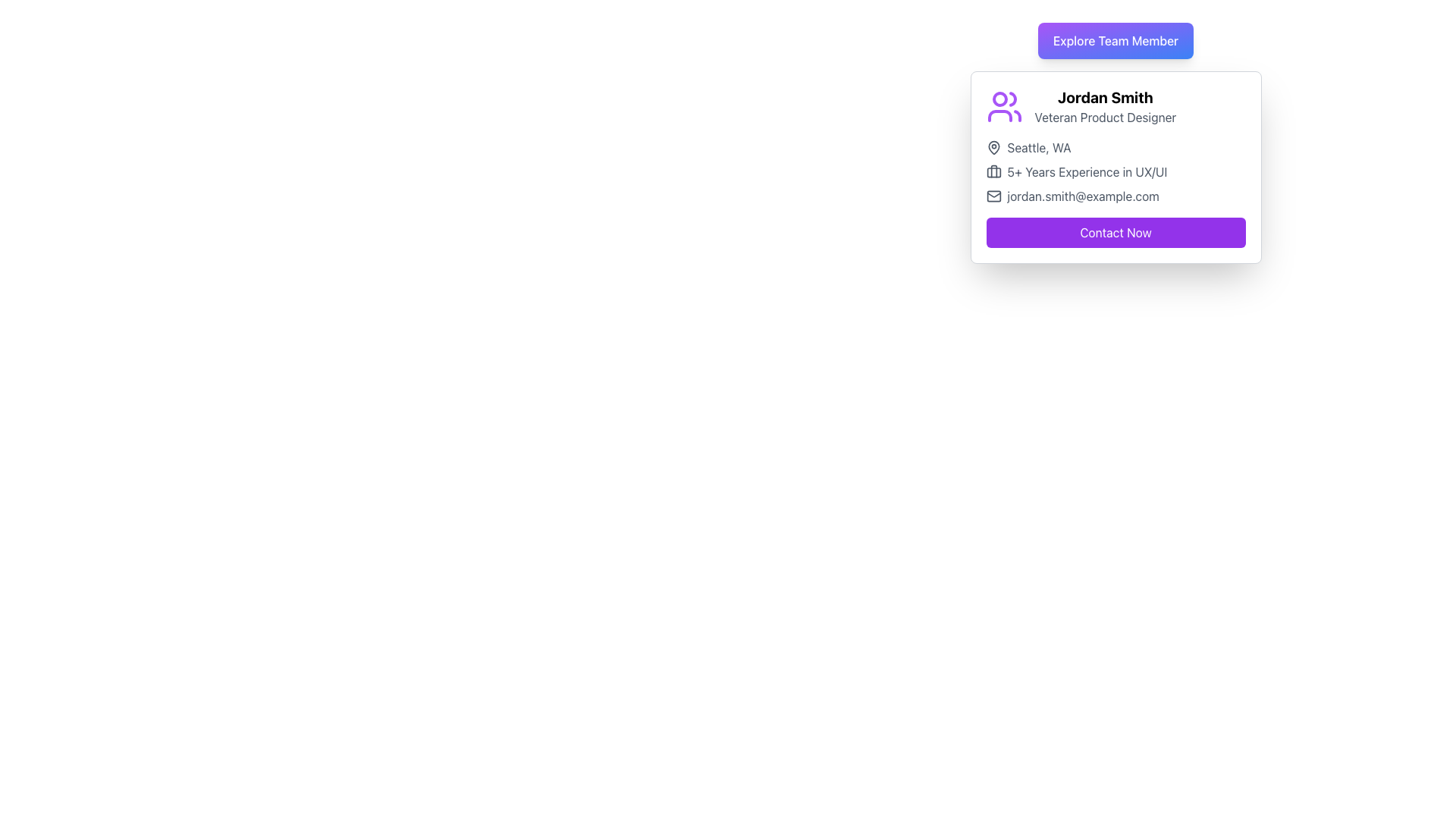 The width and height of the screenshot is (1456, 819). I want to click on the email address display area labeled 'jordan.smith@example.com' with an envelope icon to its left, positioned above the 'Contact Now' button, so click(1116, 195).